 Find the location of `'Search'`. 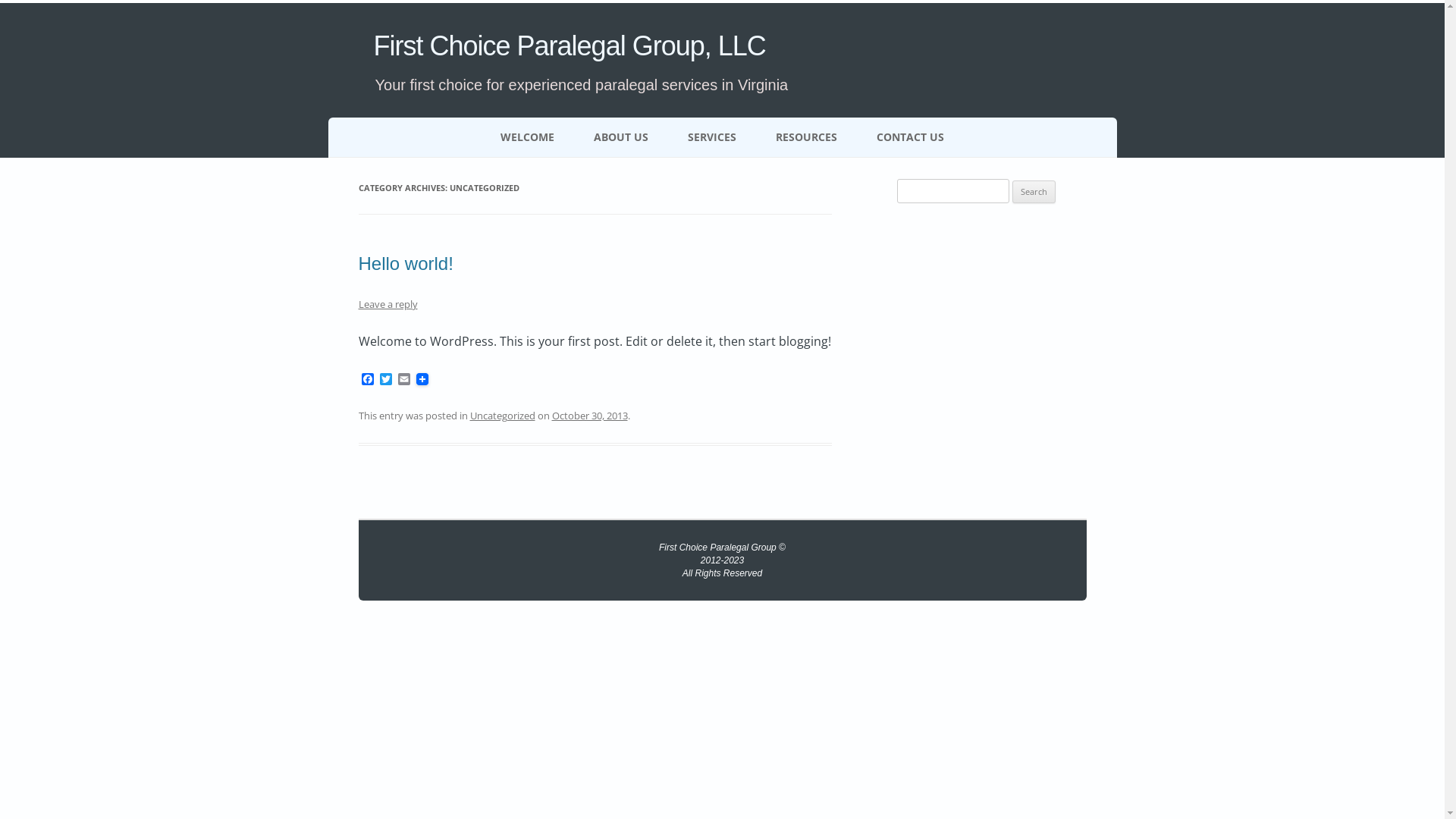

'Search' is located at coordinates (1033, 191).